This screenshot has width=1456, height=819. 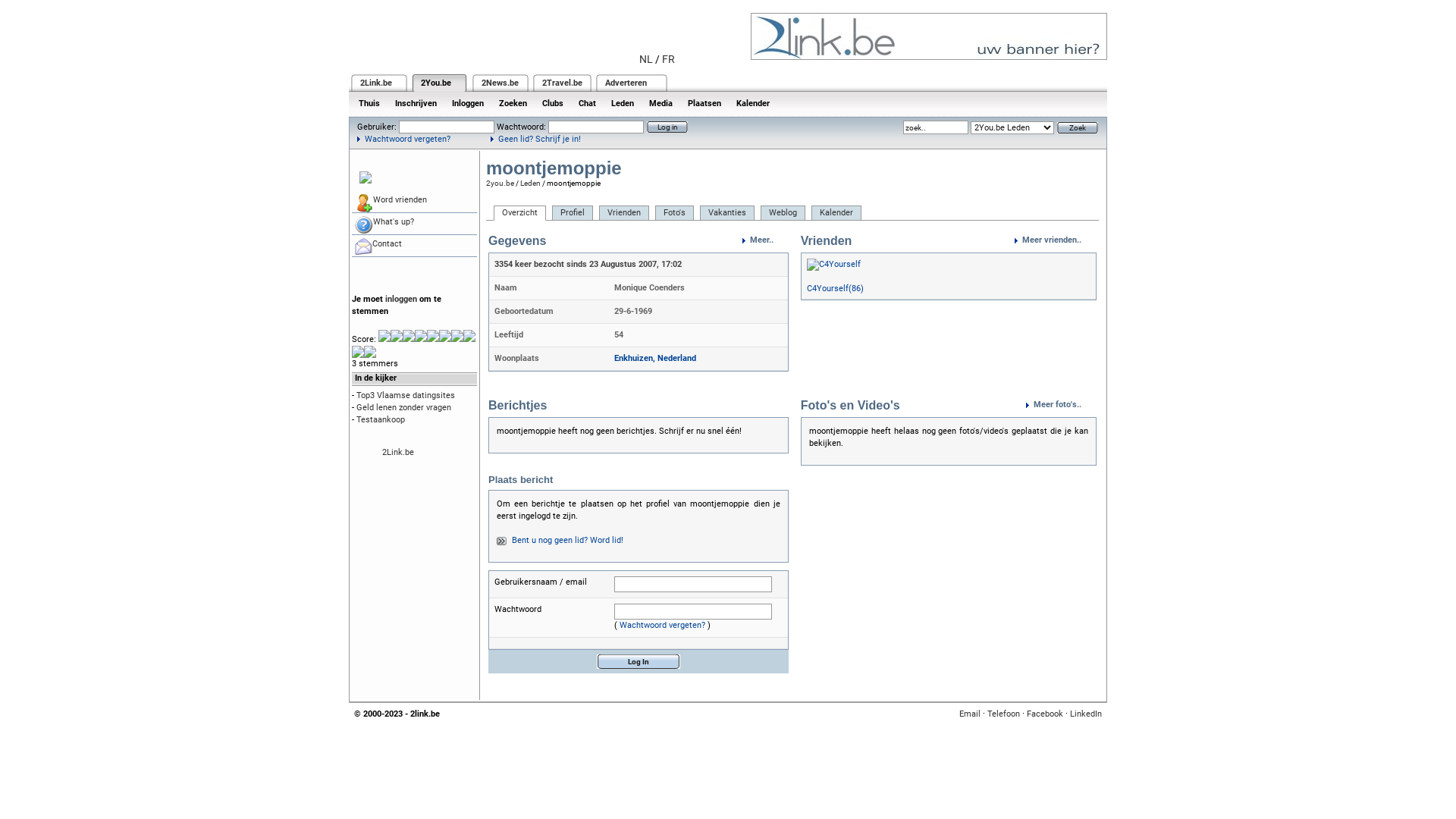 What do you see at coordinates (405, 394) in the screenshot?
I see `'Top3 Vlaamse datingsites'` at bounding box center [405, 394].